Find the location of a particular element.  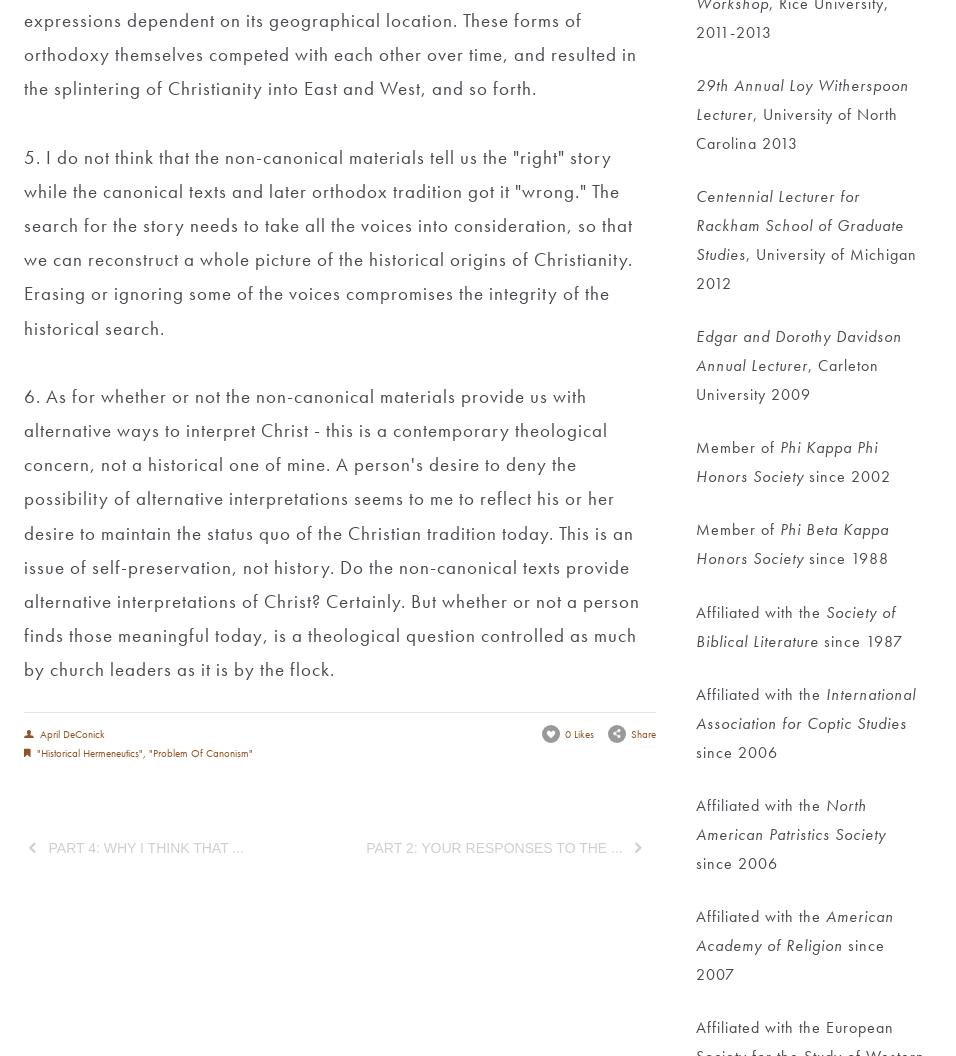

'"Problem of Canonism"' is located at coordinates (147, 752).